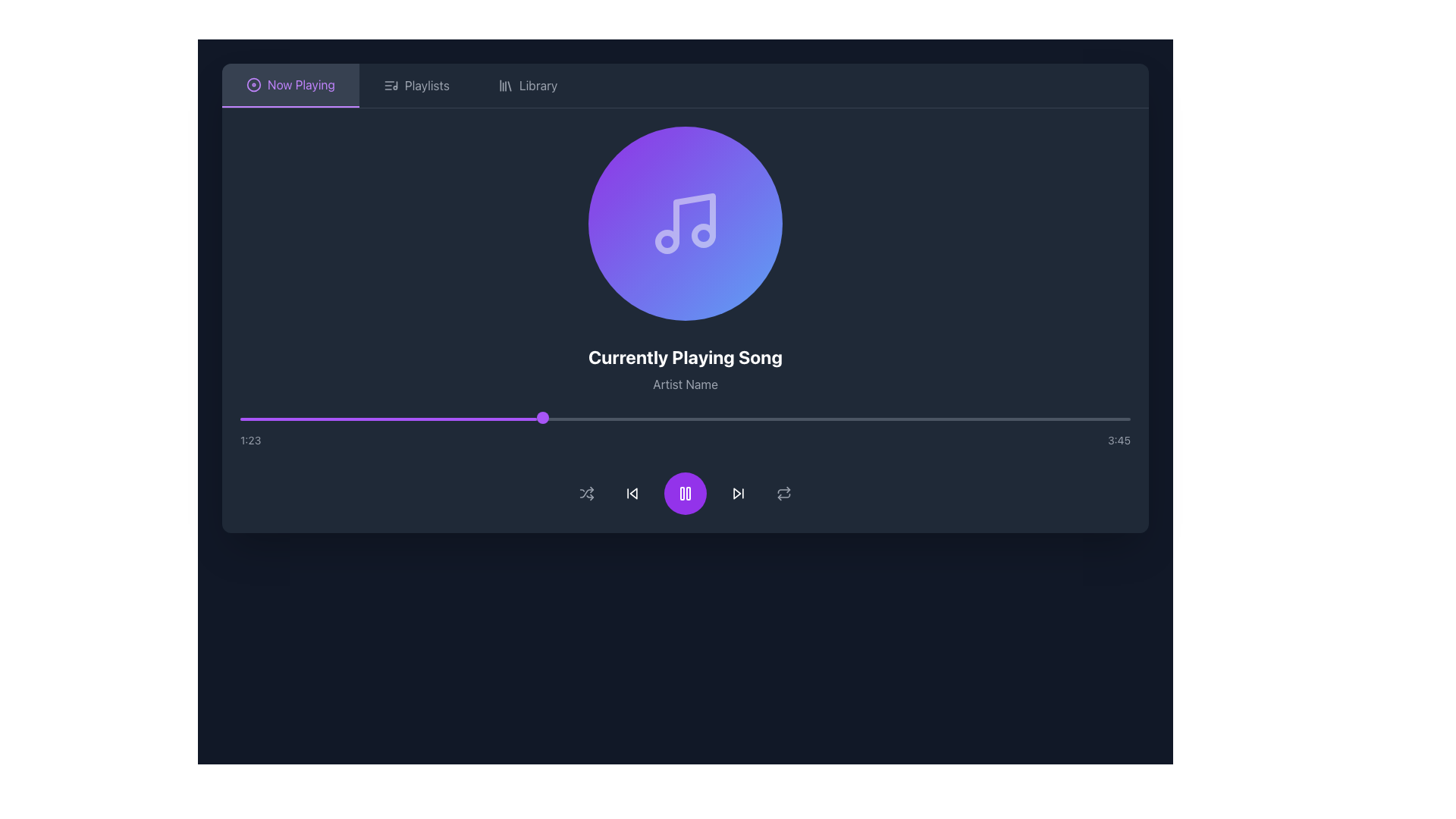  Describe the element at coordinates (684, 494) in the screenshot. I see `the unique purple circular button located at the center of the horizontal row of media controls` at that location.